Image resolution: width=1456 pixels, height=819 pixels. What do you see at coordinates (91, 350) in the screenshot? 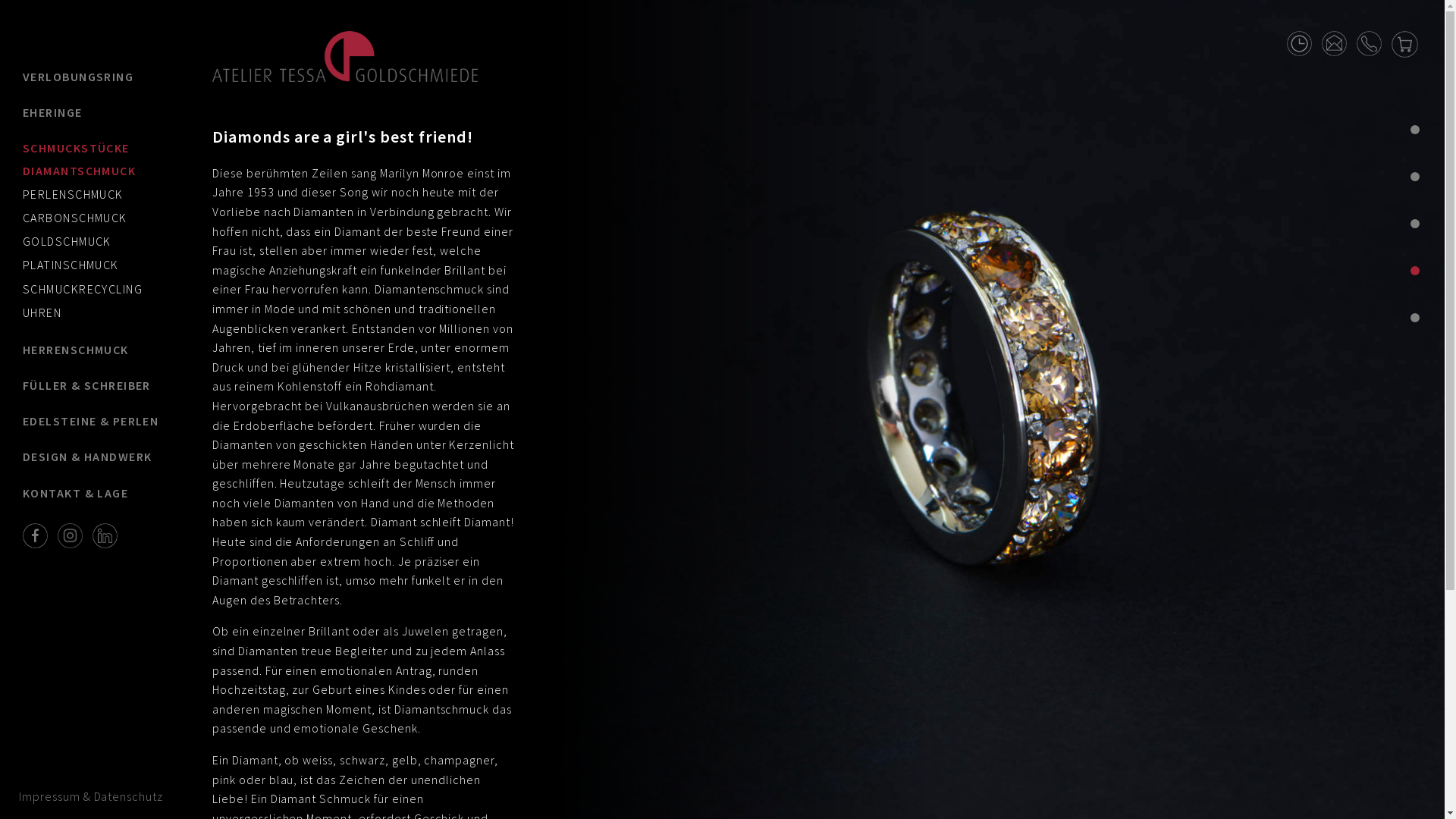
I see `'HERRENSCHMUCK'` at bounding box center [91, 350].